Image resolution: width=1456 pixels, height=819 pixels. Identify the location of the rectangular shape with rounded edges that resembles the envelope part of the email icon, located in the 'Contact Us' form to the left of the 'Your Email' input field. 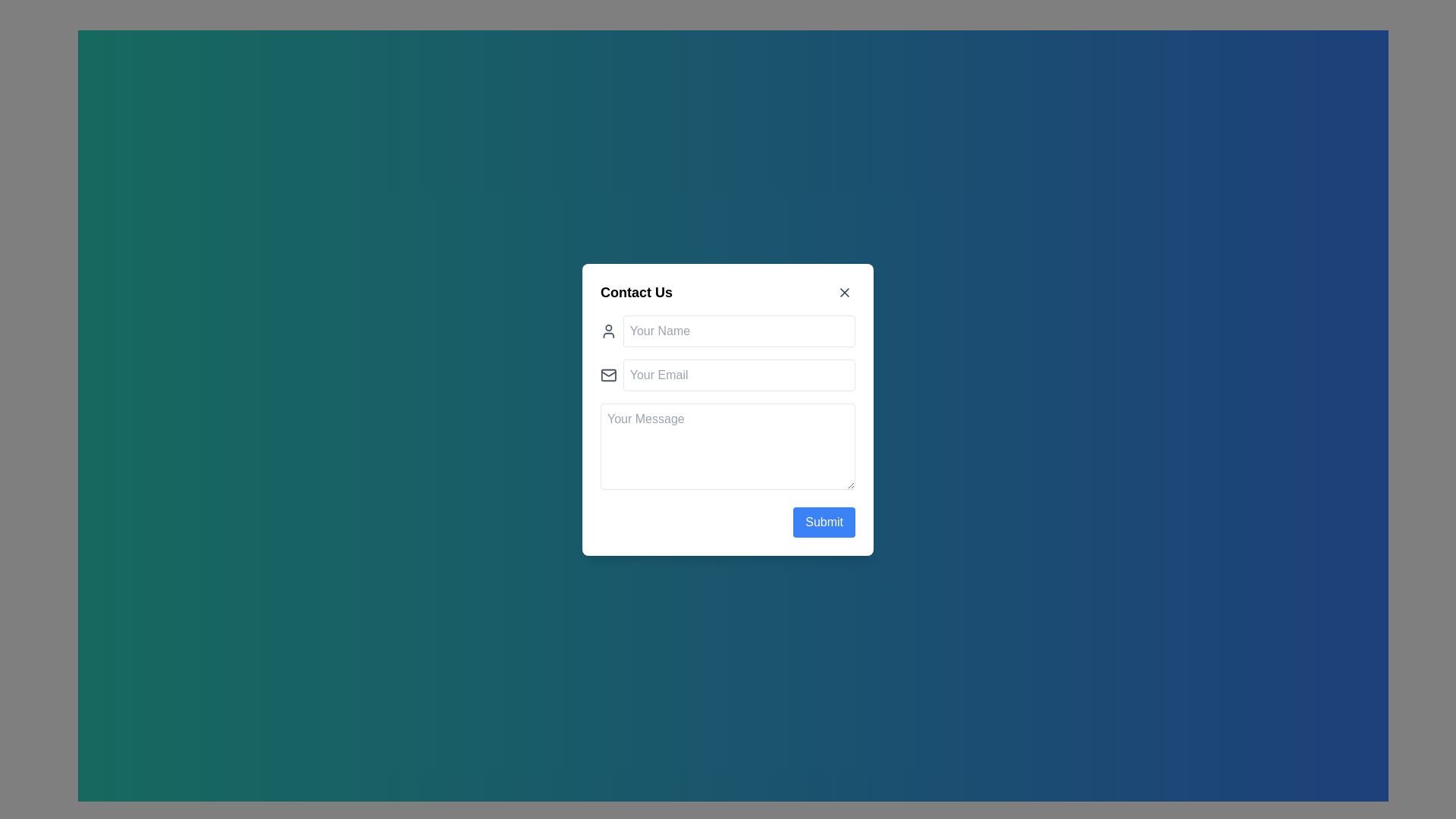
(608, 375).